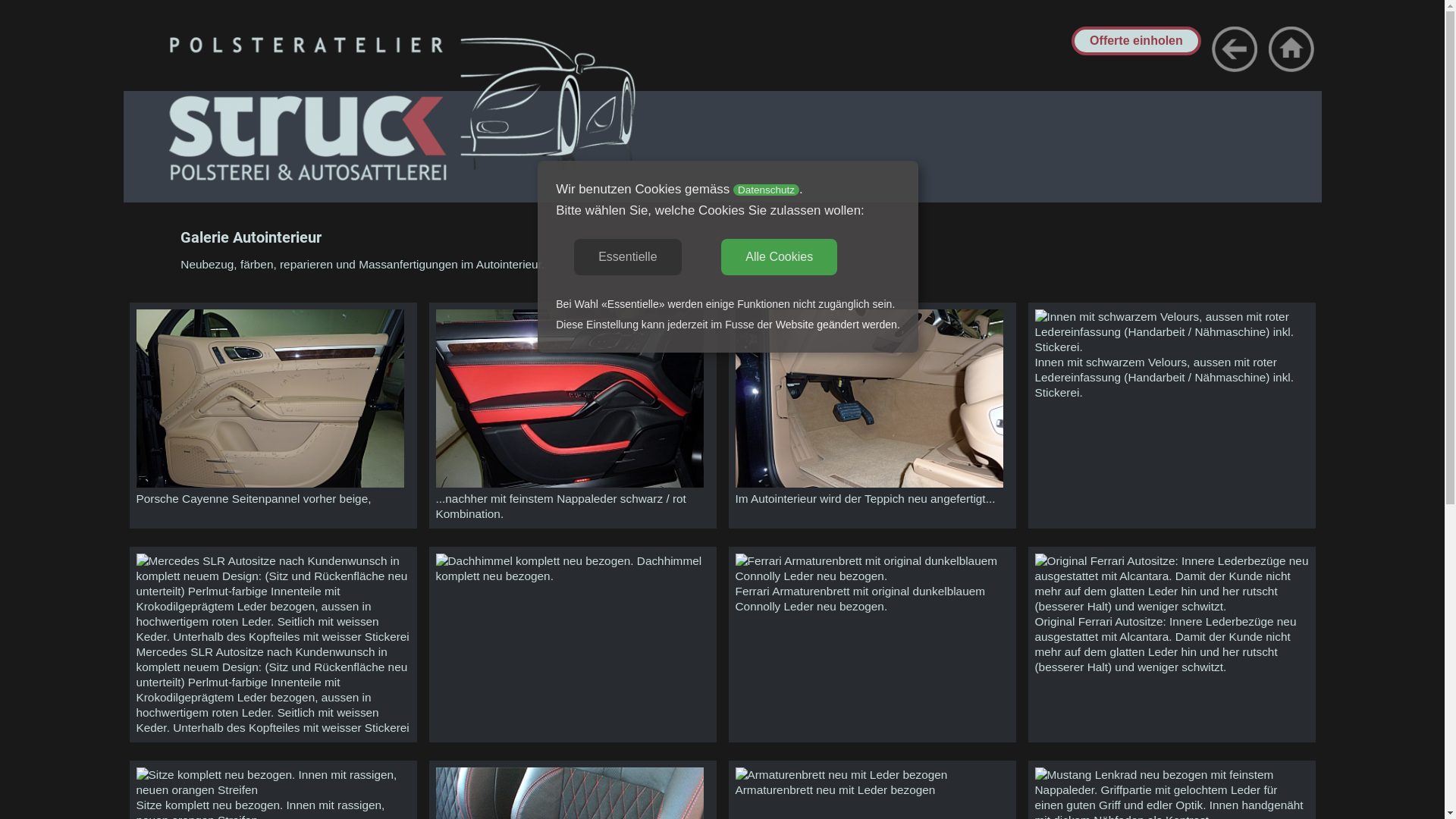  Describe the element at coordinates (270, 483) in the screenshot. I see `'Porsche Cayenne Seitenpannel vorher beige, ...'` at that location.